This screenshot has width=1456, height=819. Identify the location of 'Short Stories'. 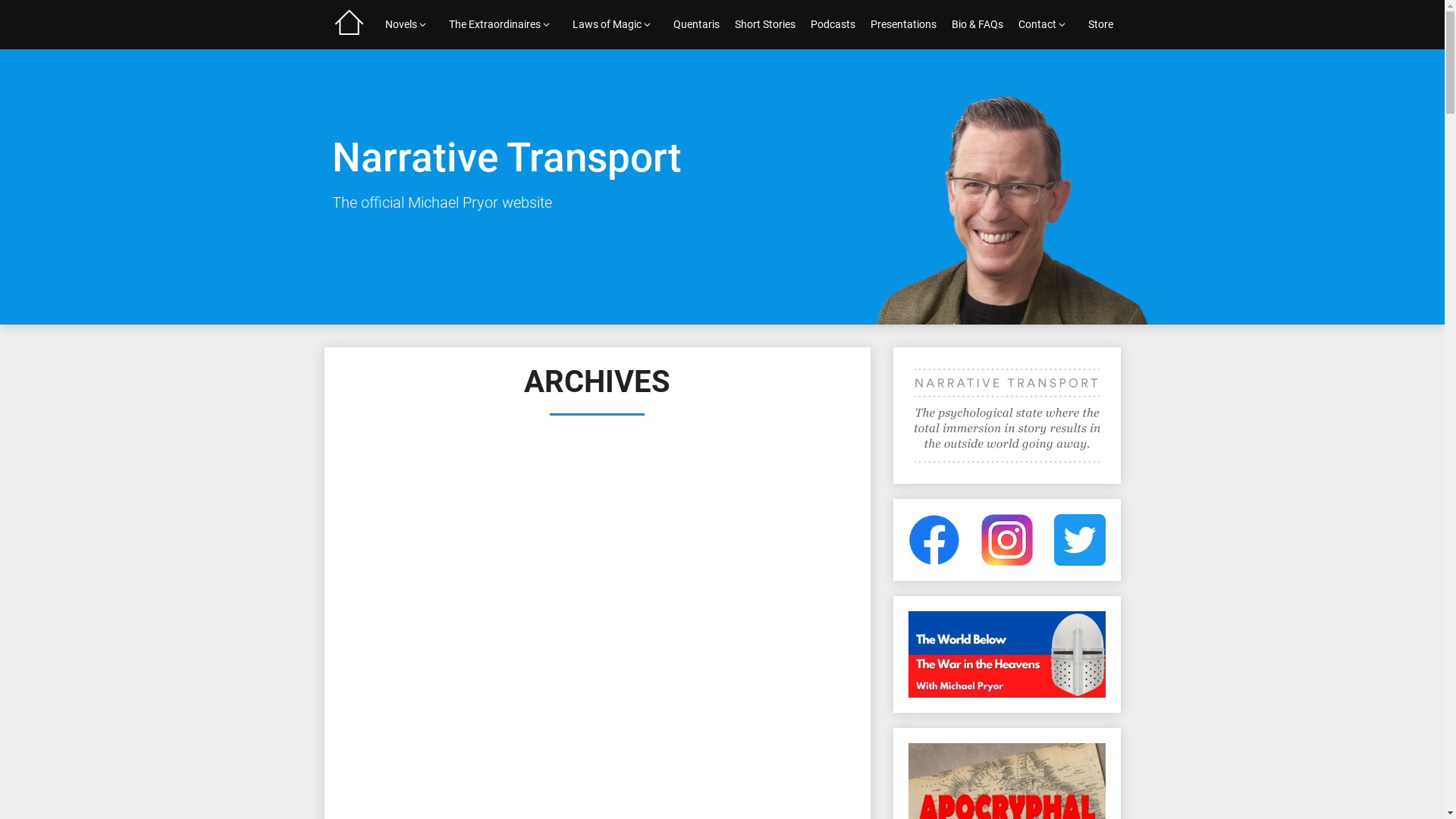
(764, 24).